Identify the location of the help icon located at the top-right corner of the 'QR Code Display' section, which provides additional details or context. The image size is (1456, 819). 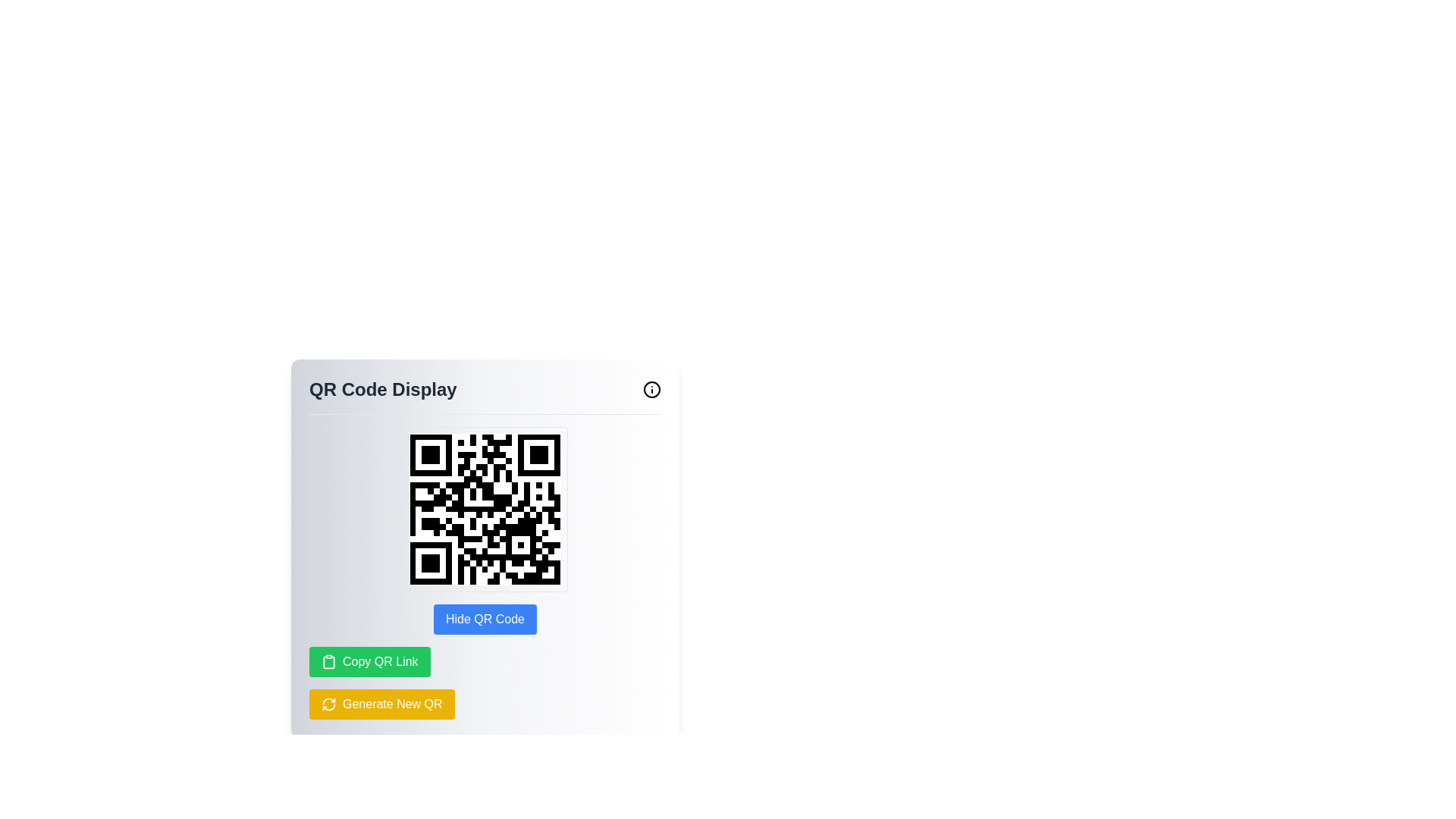
(651, 388).